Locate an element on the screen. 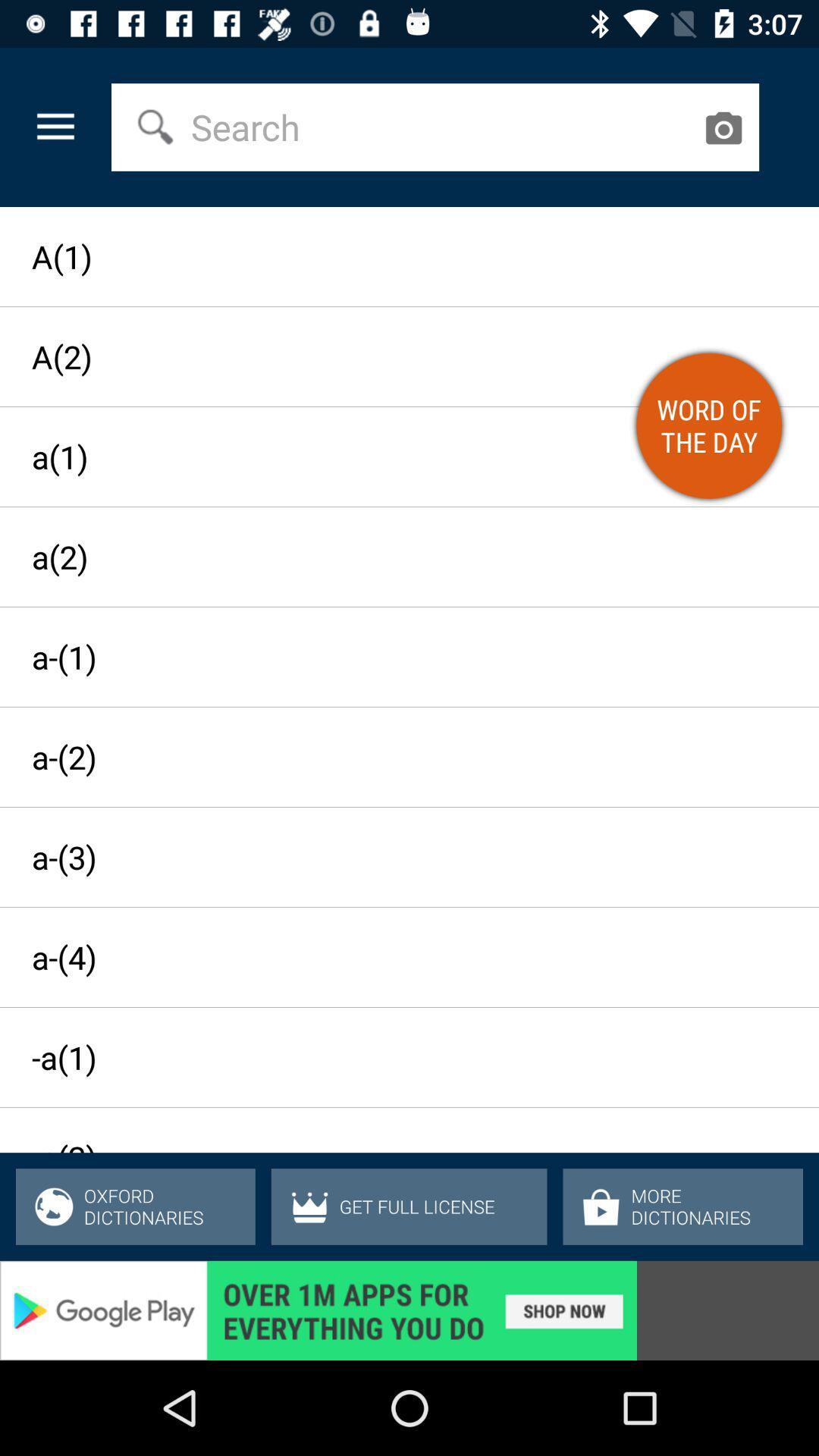  the play store icon which is left to more dictionaries is located at coordinates (601, 1206).